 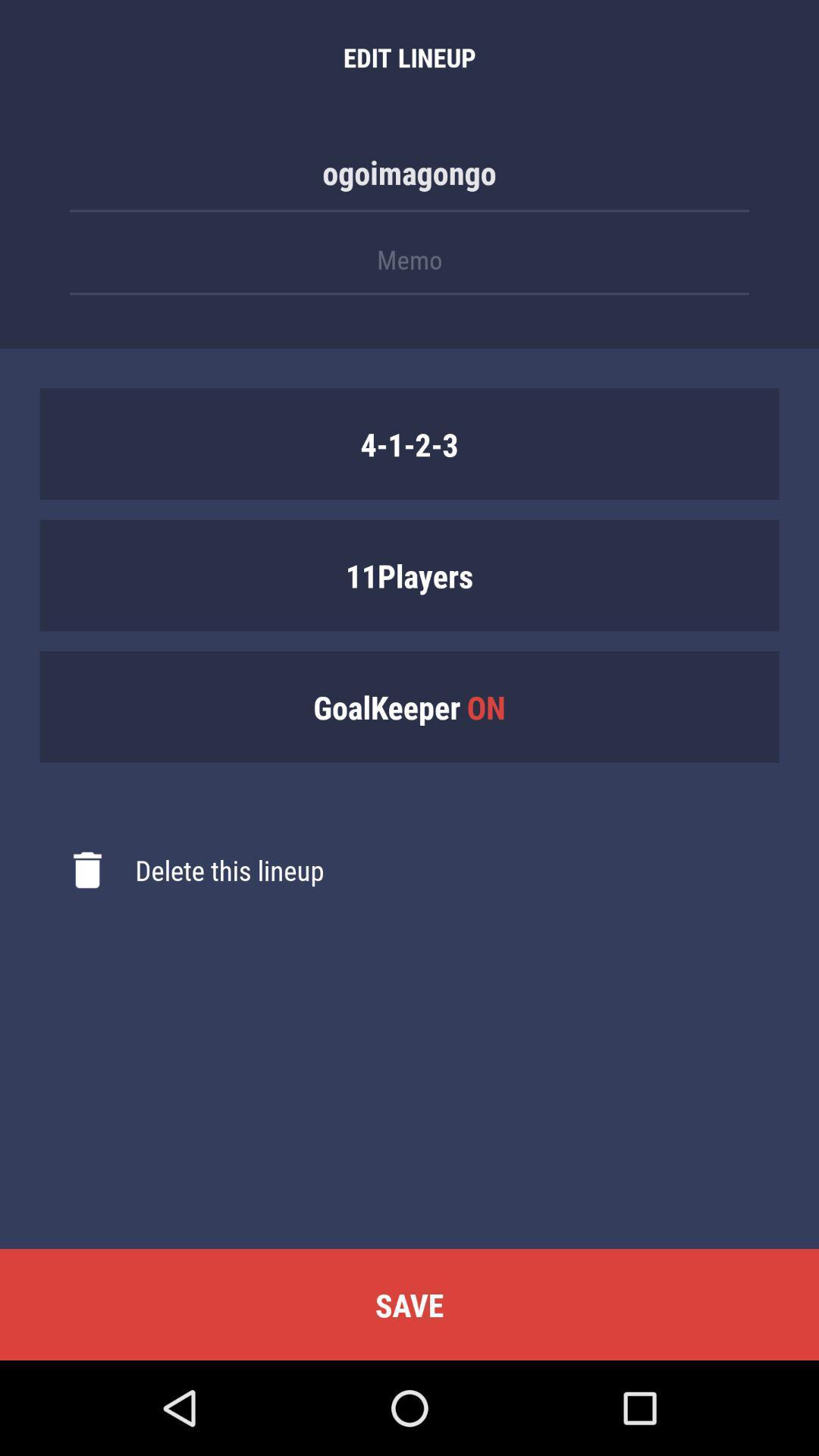 I want to click on save item, so click(x=409, y=1304).